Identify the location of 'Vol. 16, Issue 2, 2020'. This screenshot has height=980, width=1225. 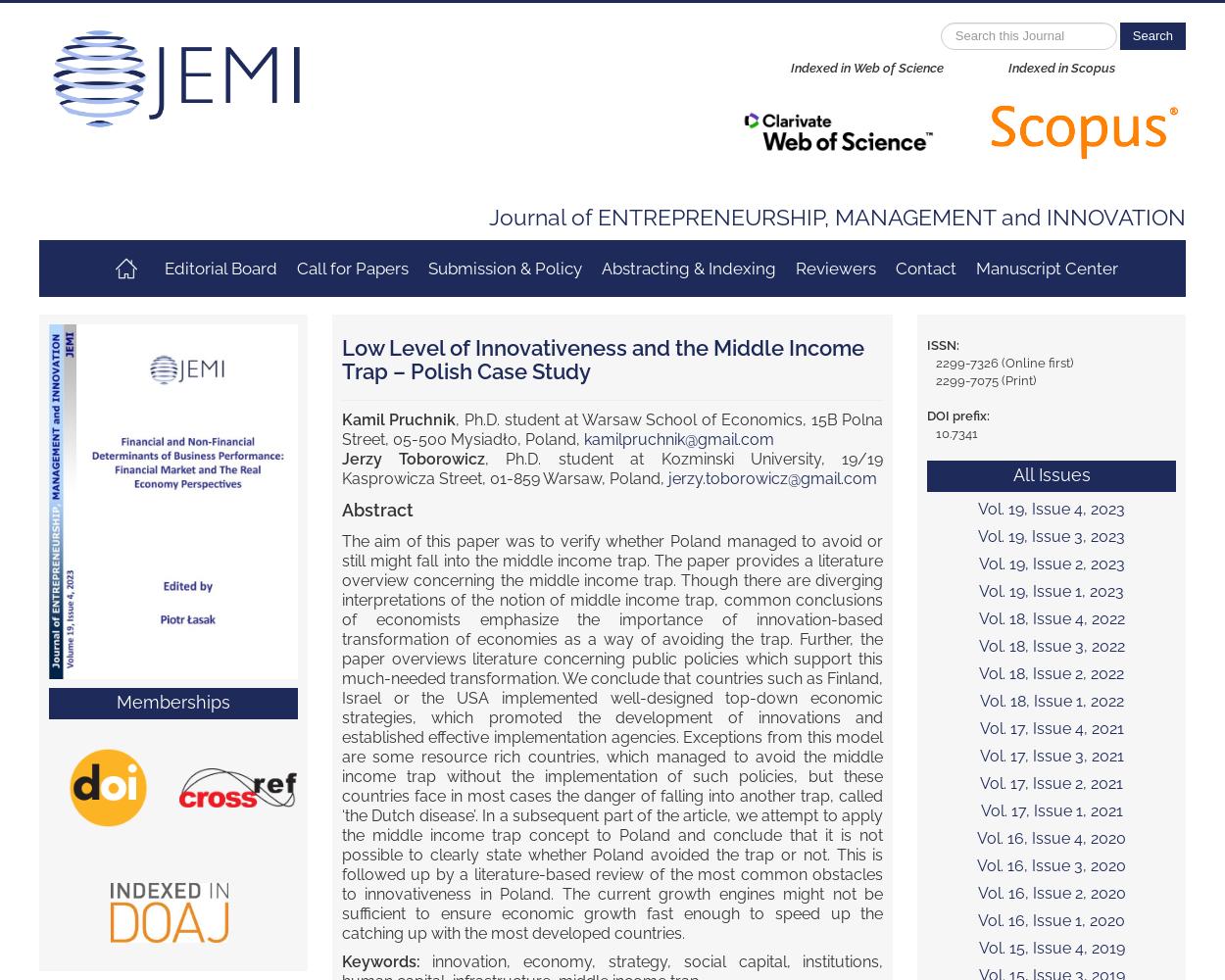
(1050, 893).